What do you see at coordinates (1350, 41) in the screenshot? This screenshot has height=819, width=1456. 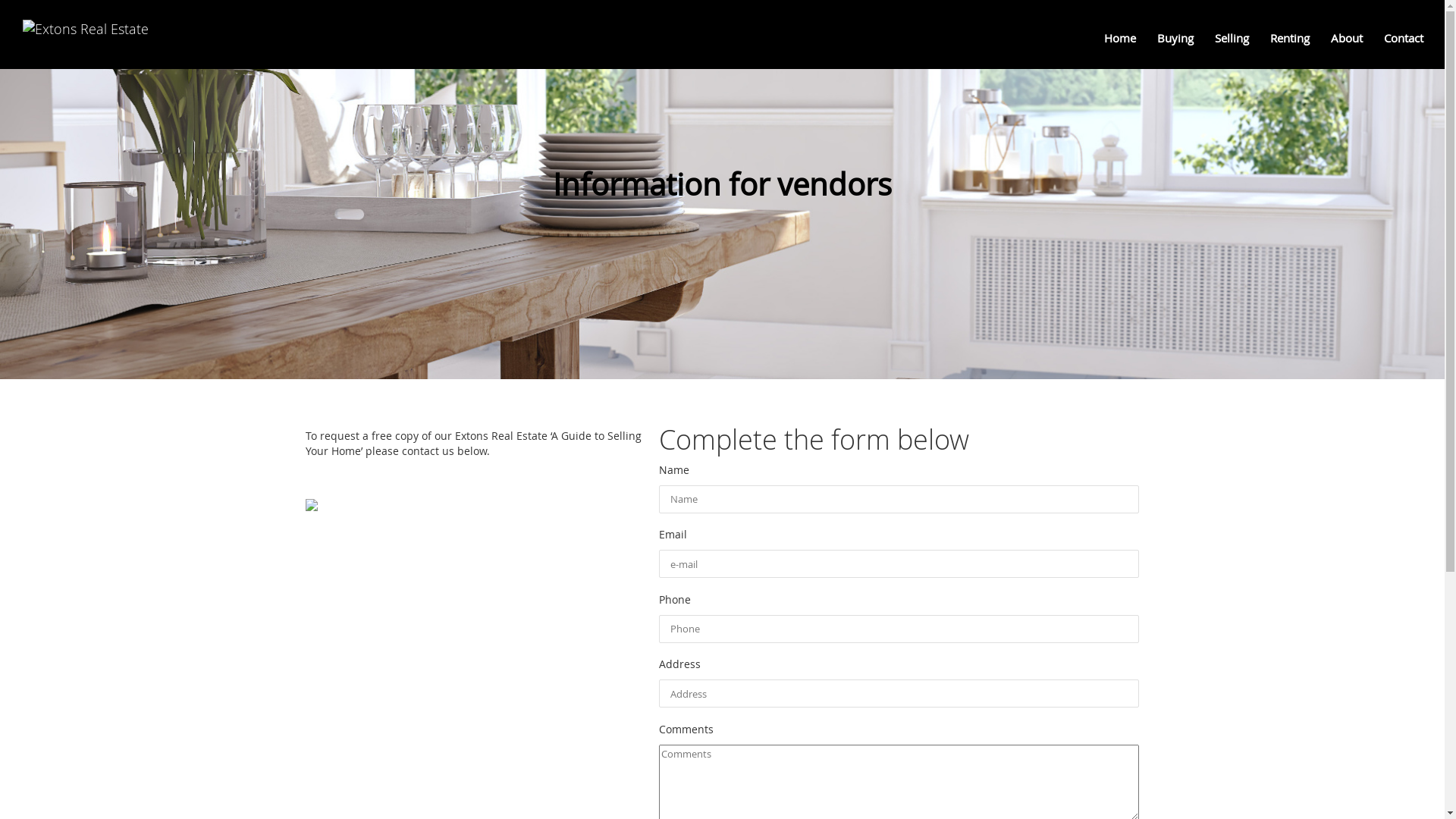 I see `'About  '` at bounding box center [1350, 41].